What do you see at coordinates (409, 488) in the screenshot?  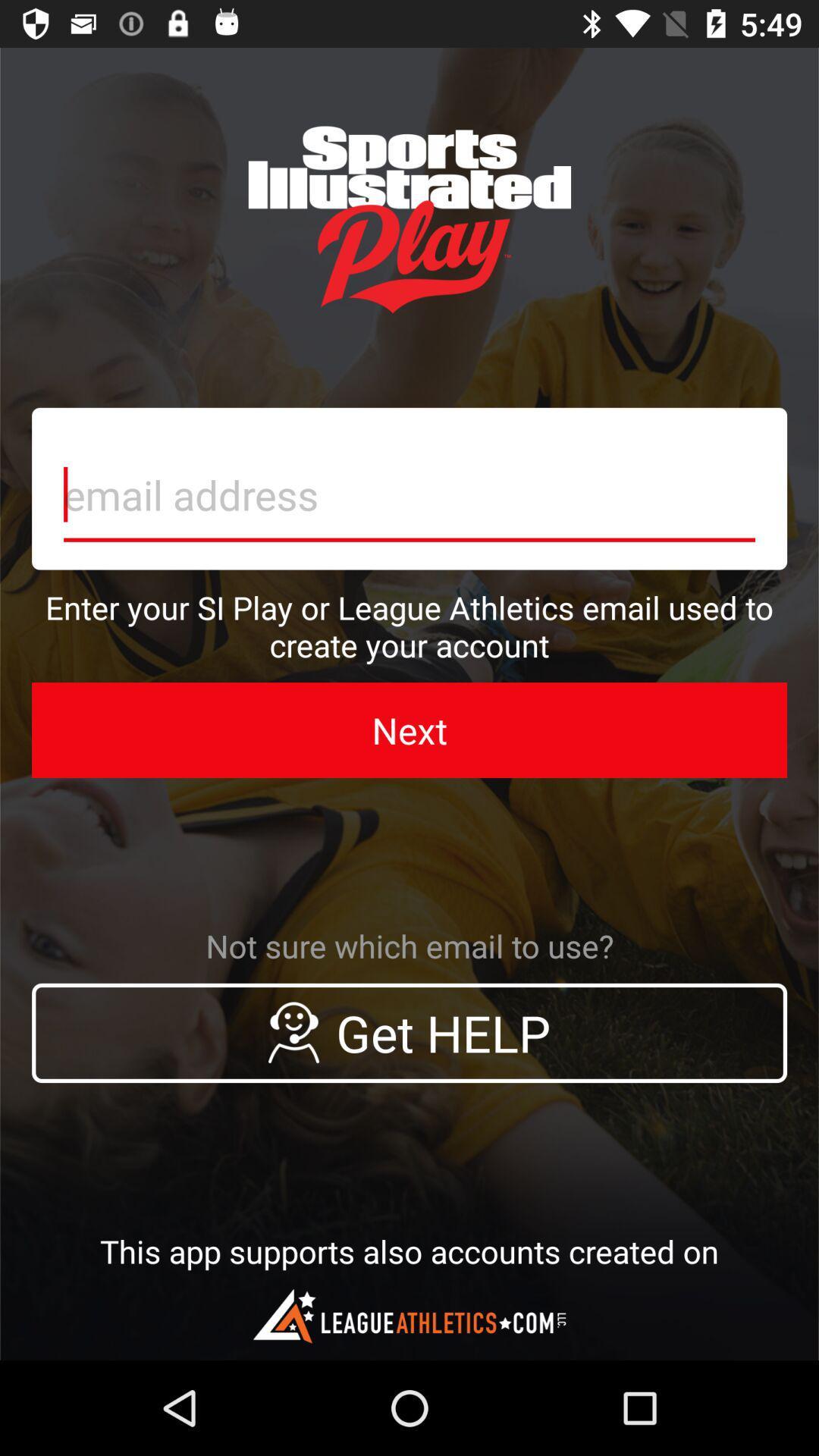 I see `the item above enter your si item` at bounding box center [409, 488].